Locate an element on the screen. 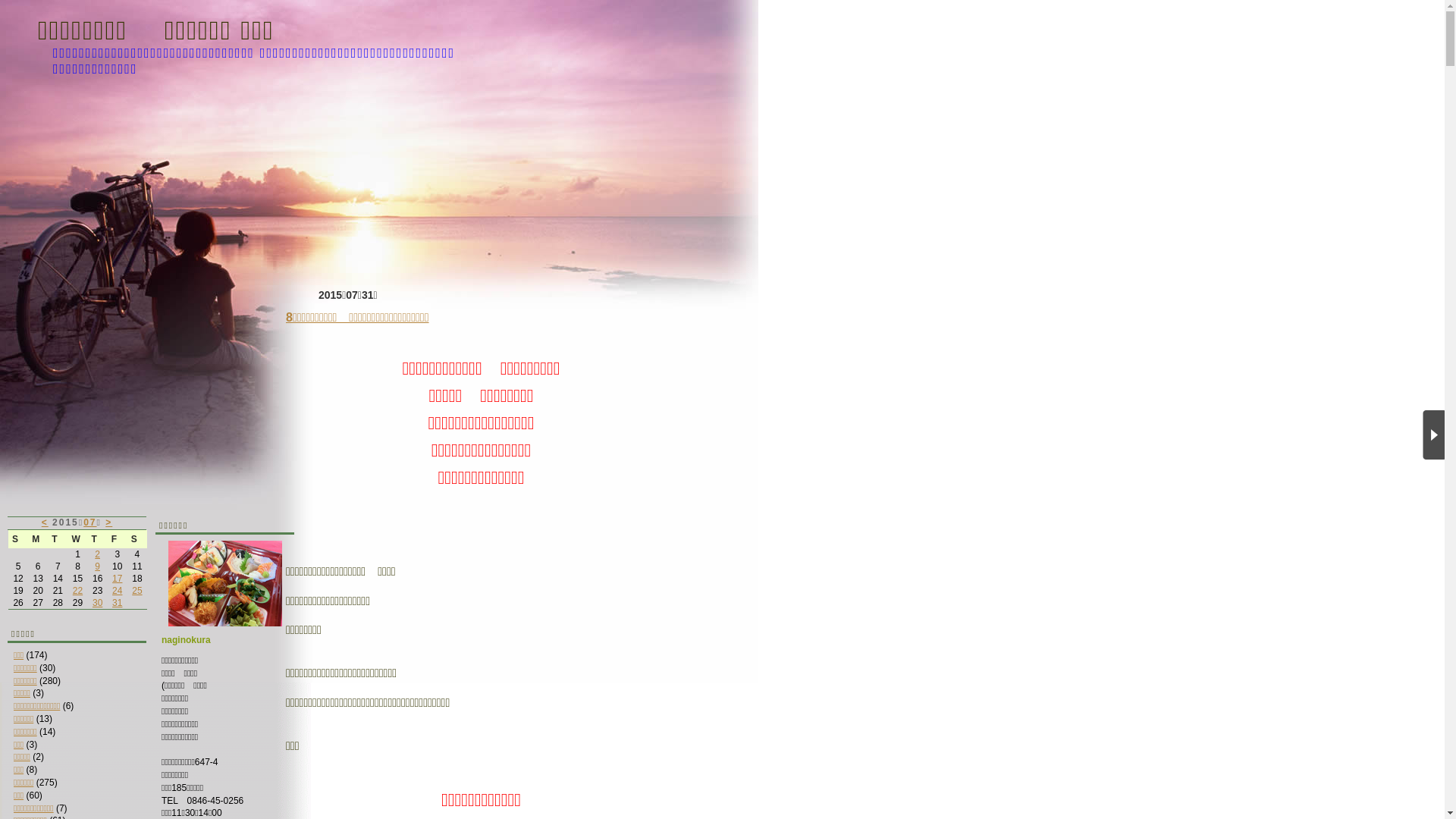 The width and height of the screenshot is (1456, 819). '30' is located at coordinates (96, 601).